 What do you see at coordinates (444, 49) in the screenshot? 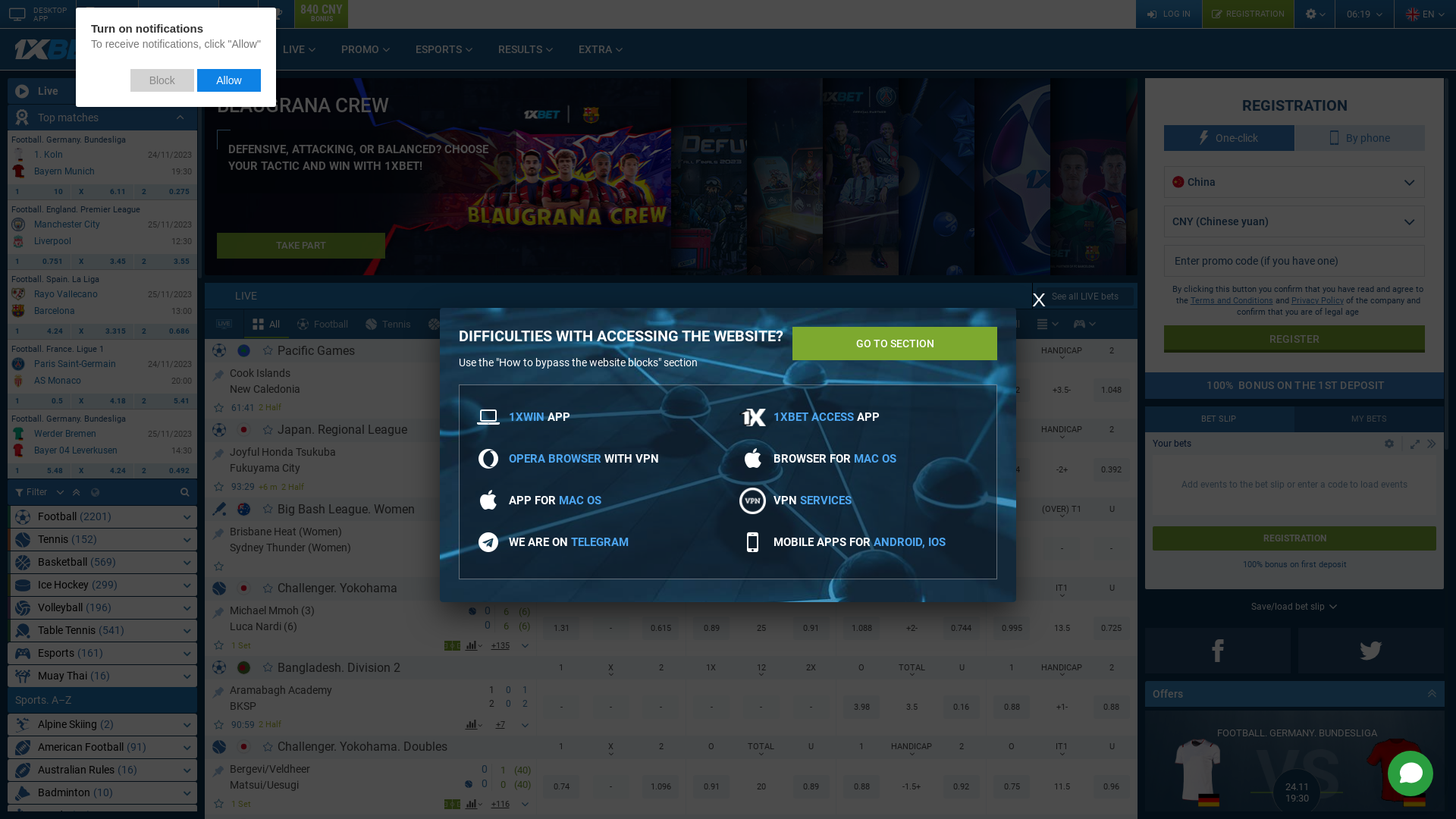
I see `'ESPORTS'` at bounding box center [444, 49].